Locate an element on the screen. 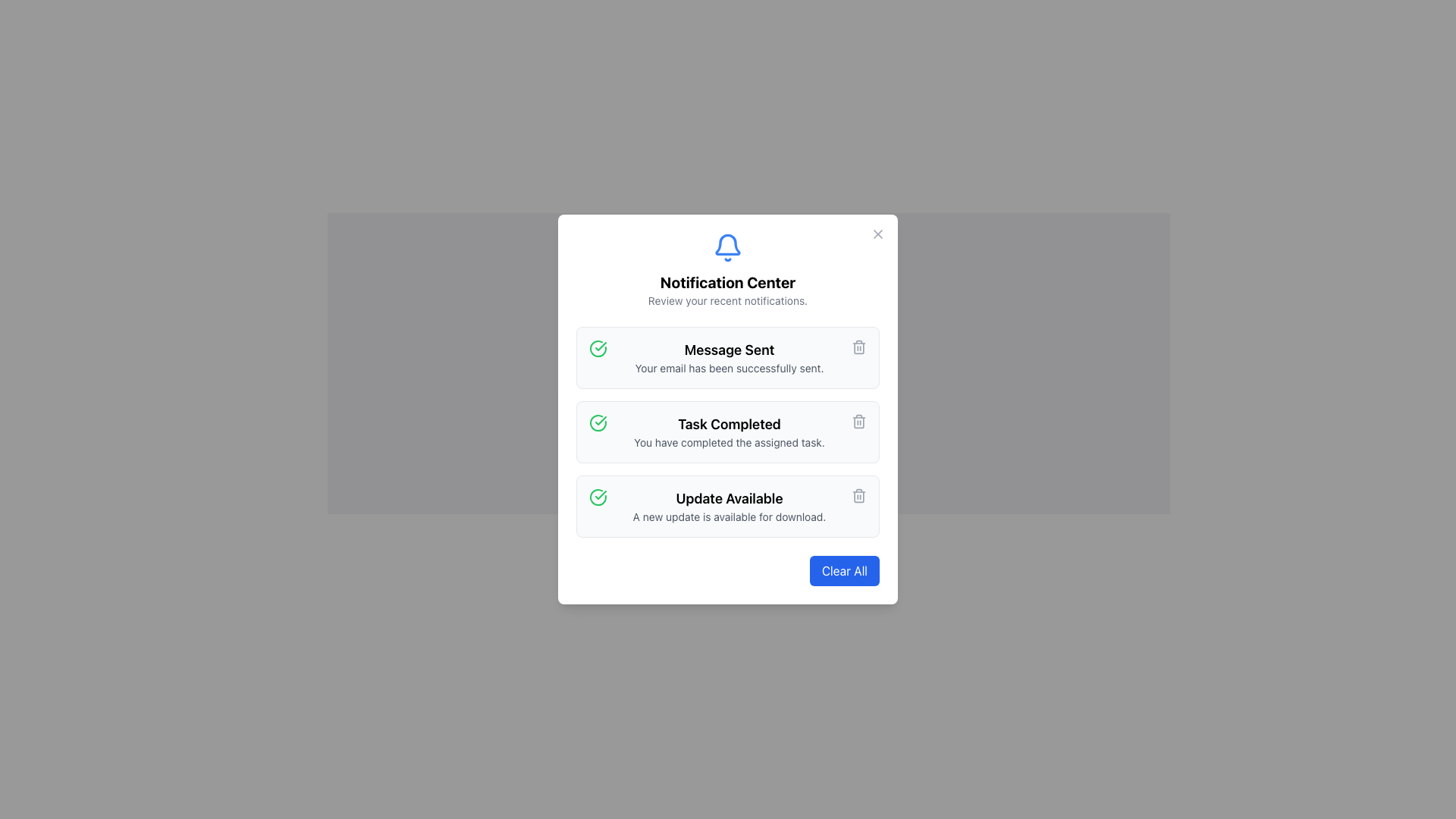 This screenshot has height=819, width=1456. the delete button located at the far-right of the 'Task Completed' notification, which is the third item in the vertical stack of notifications is located at coordinates (858, 421).